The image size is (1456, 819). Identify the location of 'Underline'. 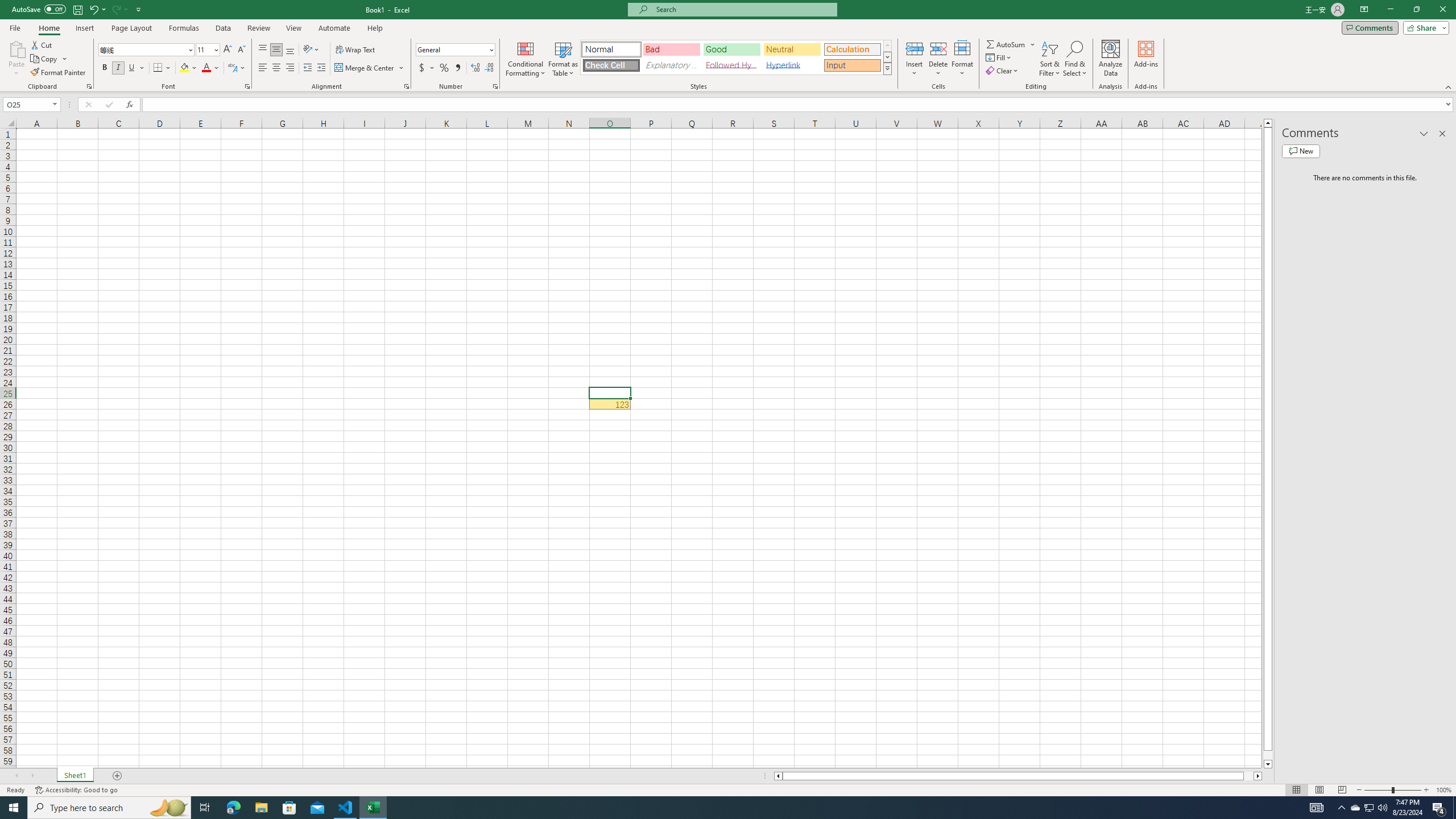
(136, 67).